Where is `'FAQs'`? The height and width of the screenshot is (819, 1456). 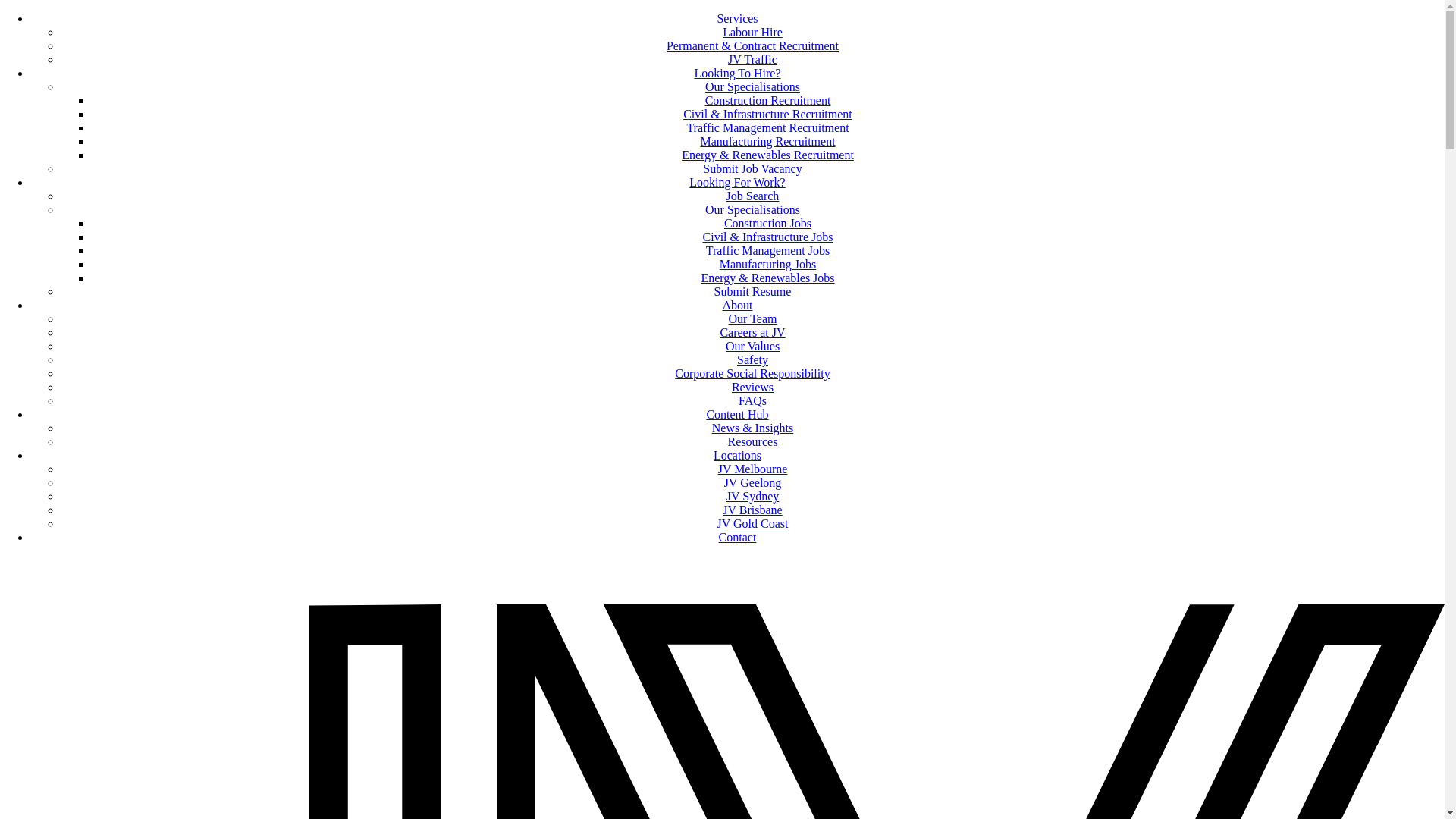 'FAQs' is located at coordinates (752, 400).